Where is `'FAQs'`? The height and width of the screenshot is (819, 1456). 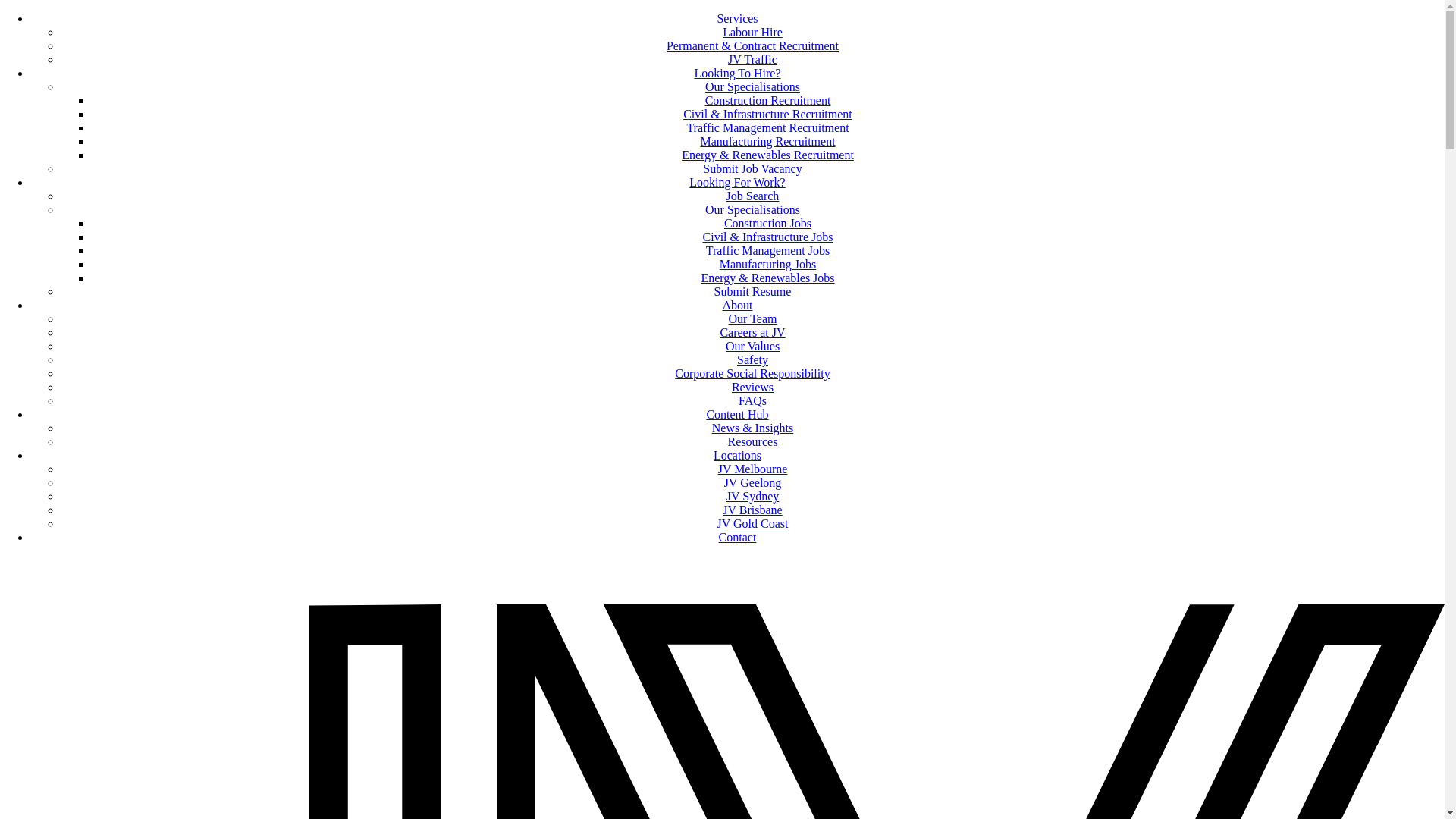 'FAQs' is located at coordinates (752, 400).